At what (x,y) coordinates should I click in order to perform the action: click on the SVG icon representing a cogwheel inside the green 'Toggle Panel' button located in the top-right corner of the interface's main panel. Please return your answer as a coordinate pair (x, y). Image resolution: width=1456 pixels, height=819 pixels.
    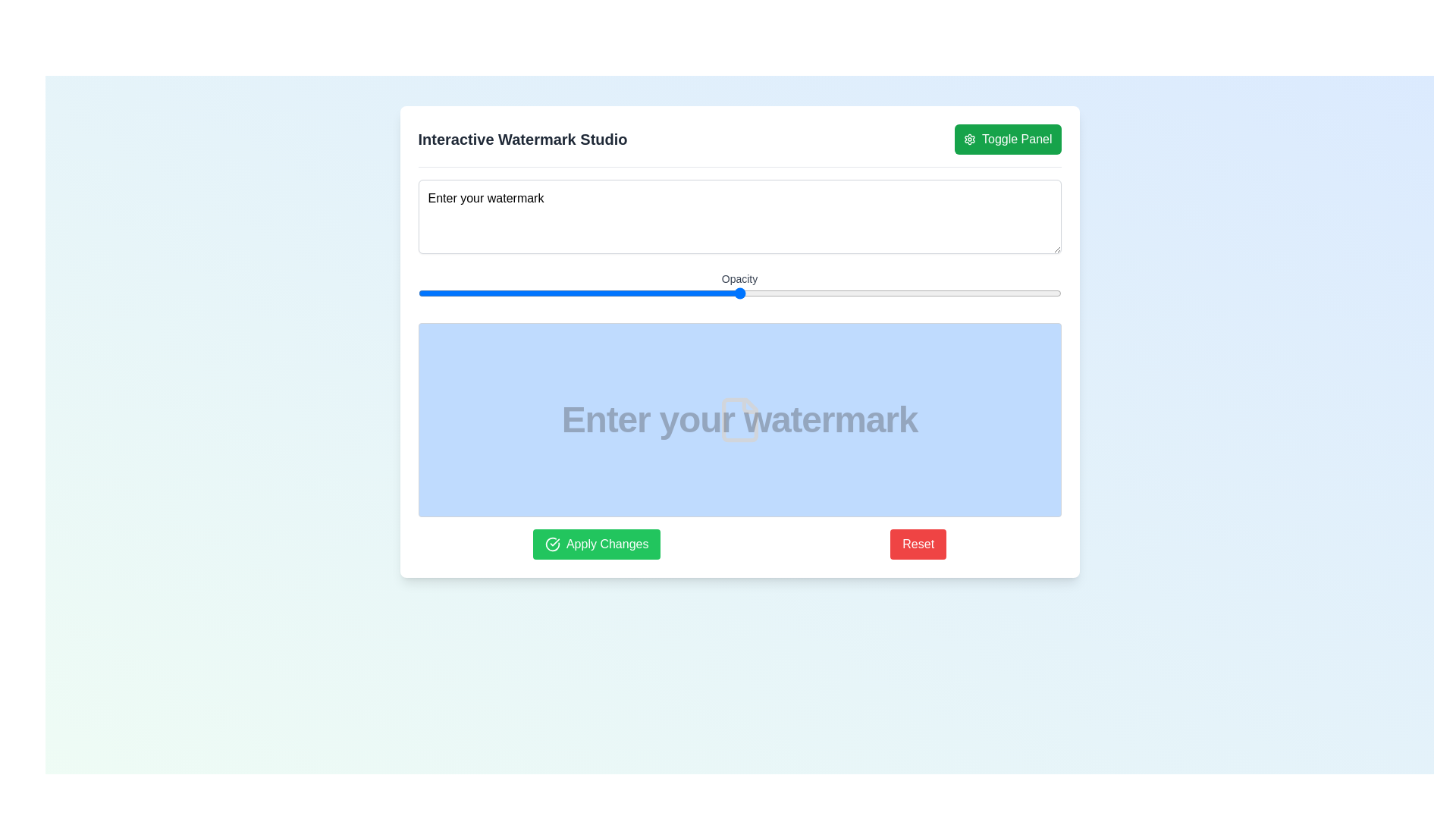
    Looking at the image, I should click on (968, 140).